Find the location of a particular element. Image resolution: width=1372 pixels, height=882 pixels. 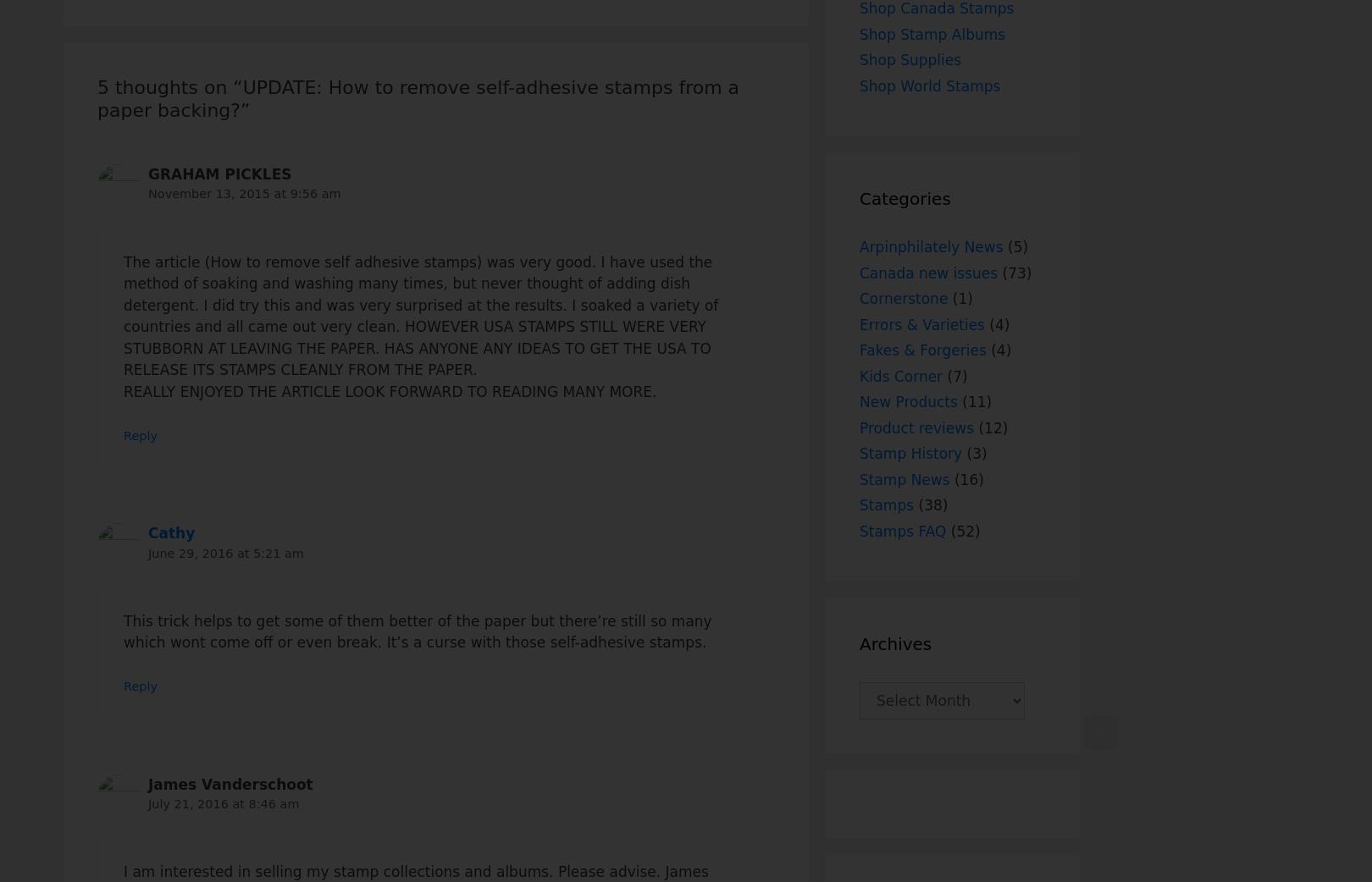

'Fakes & Forgeries' is located at coordinates (921, 349).